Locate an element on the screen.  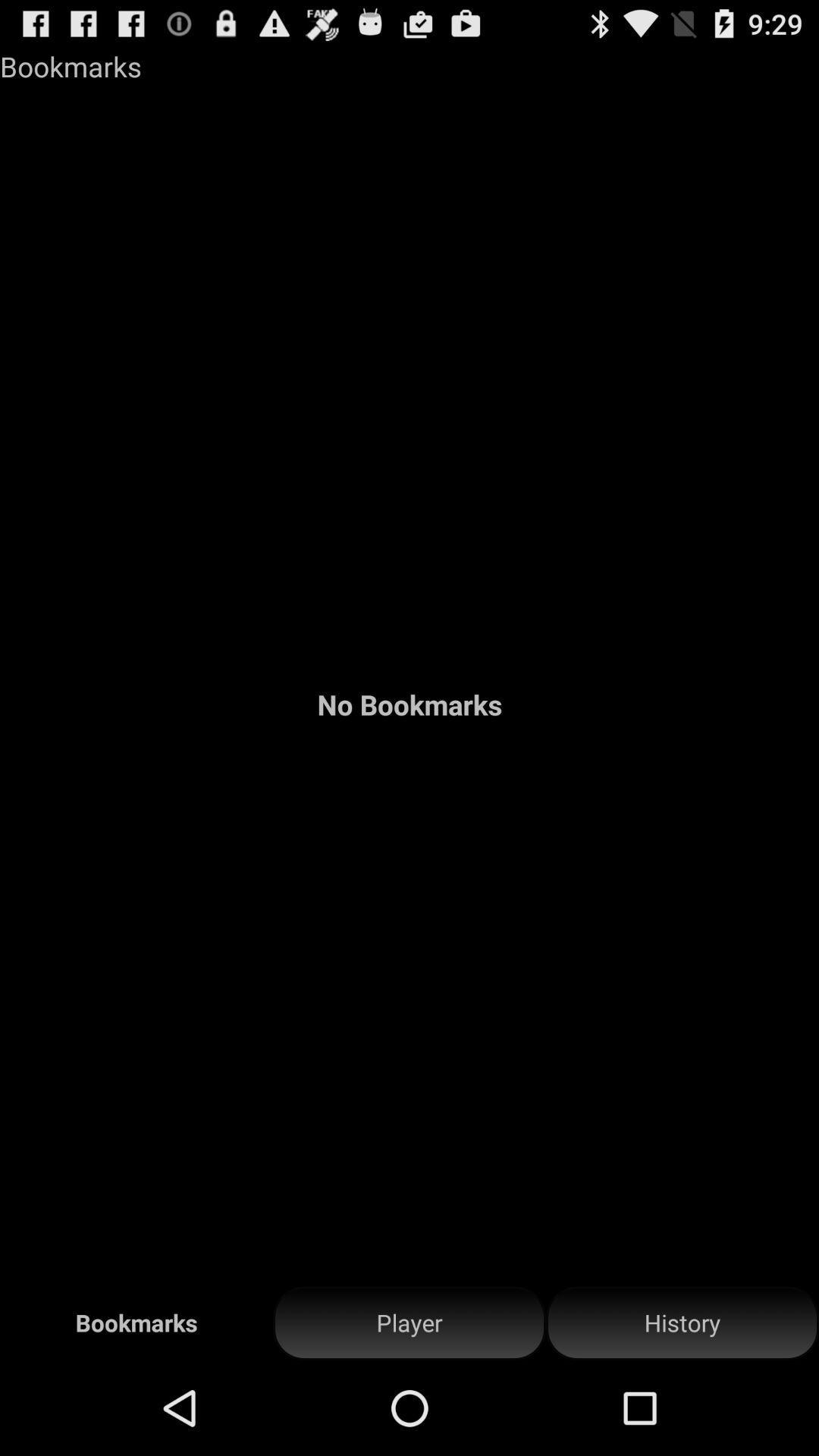
item to the right of the player item is located at coordinates (681, 1323).